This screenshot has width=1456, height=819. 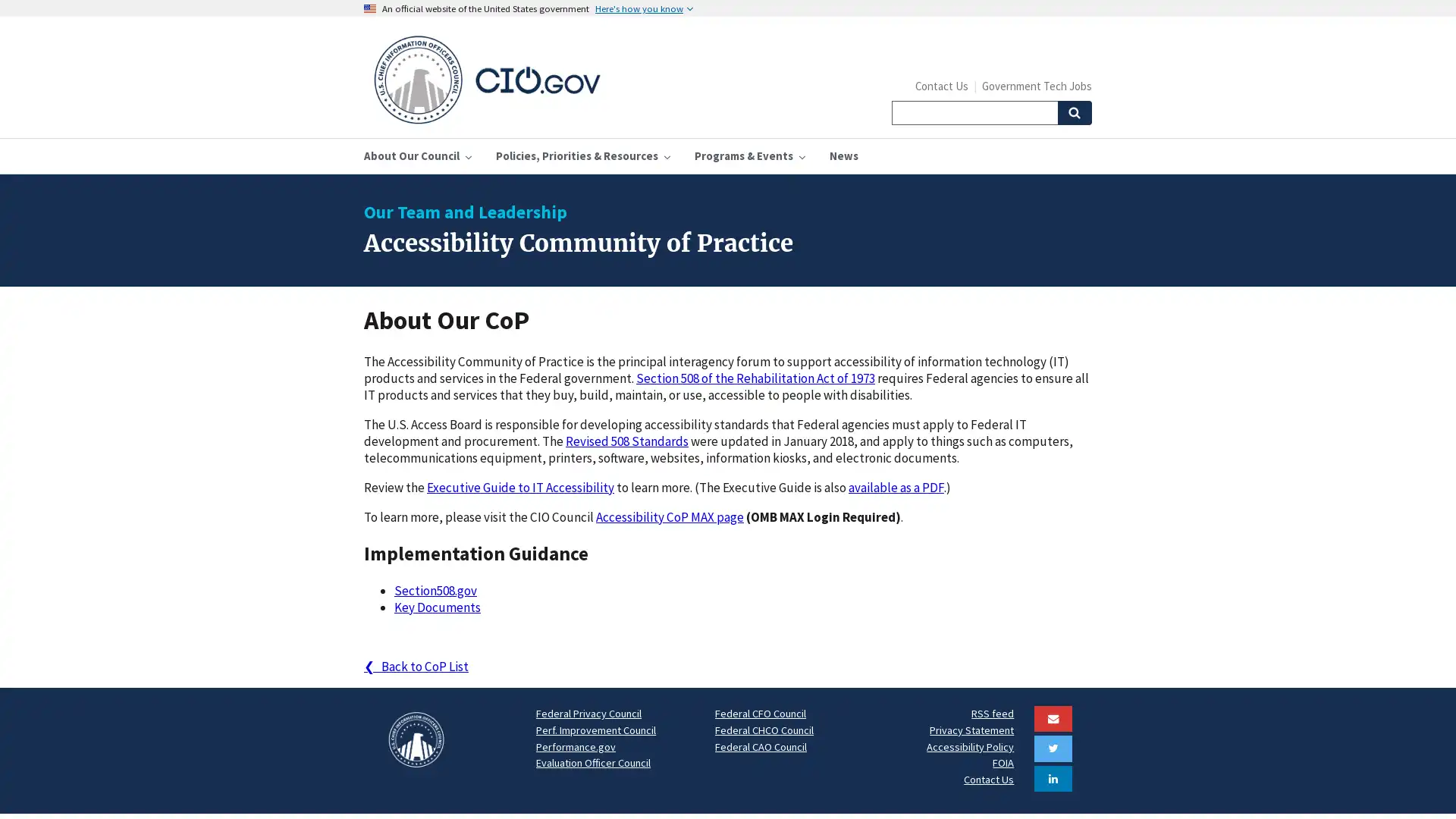 I want to click on Here's how you know, so click(x=644, y=8).